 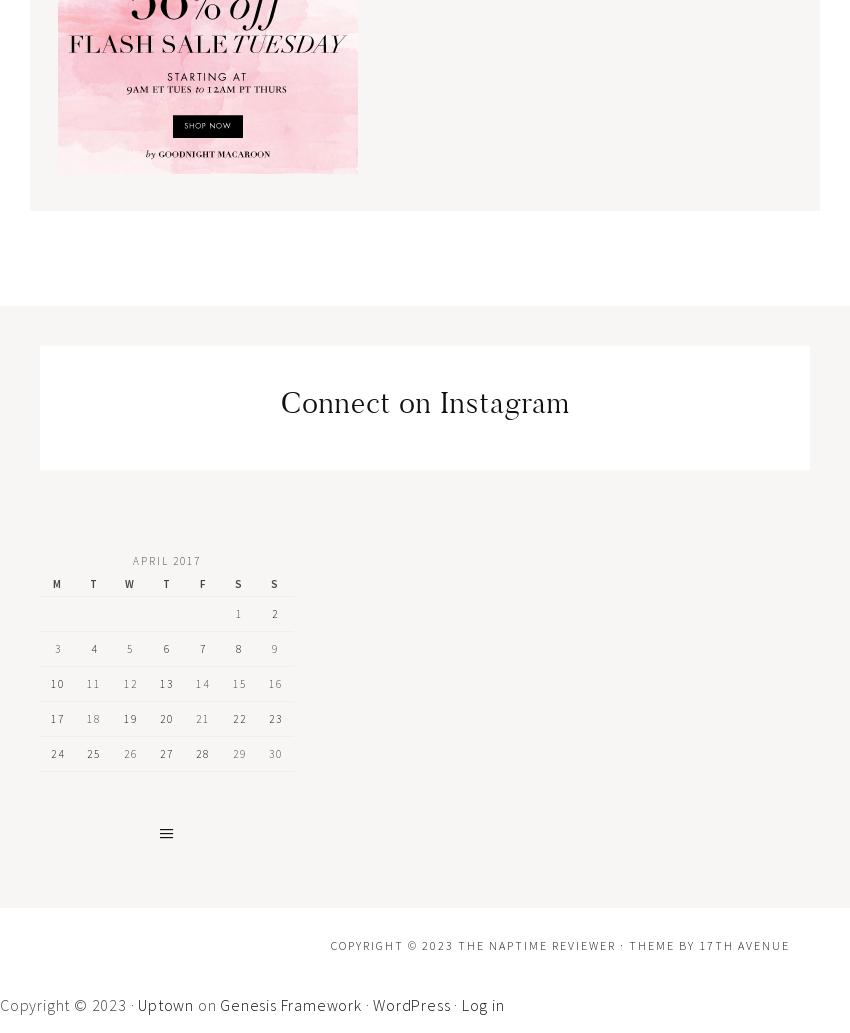 What do you see at coordinates (130, 647) in the screenshot?
I see `'5'` at bounding box center [130, 647].